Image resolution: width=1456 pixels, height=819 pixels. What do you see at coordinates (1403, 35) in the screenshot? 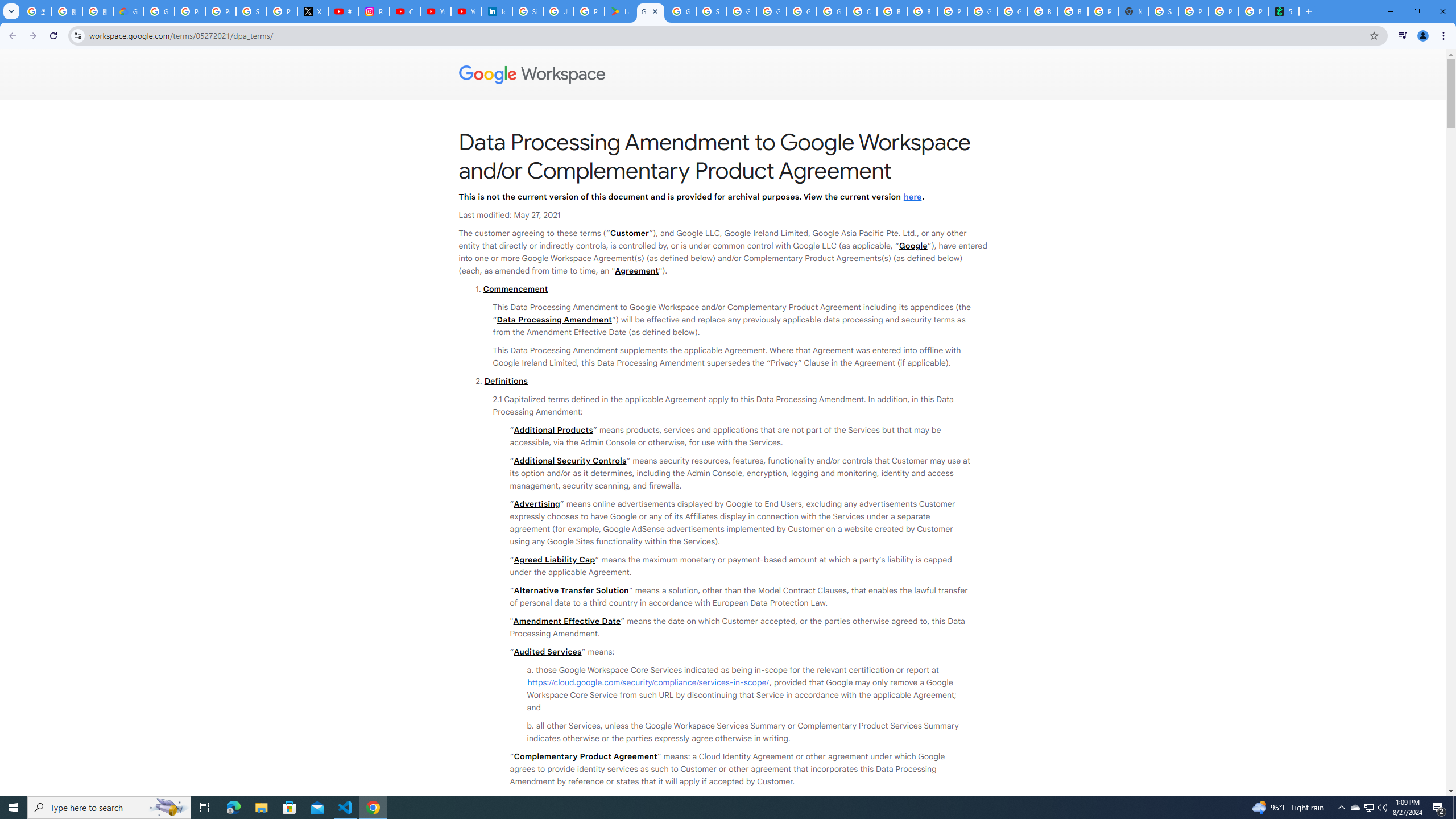
I see `'Control your music, videos, and more'` at bounding box center [1403, 35].